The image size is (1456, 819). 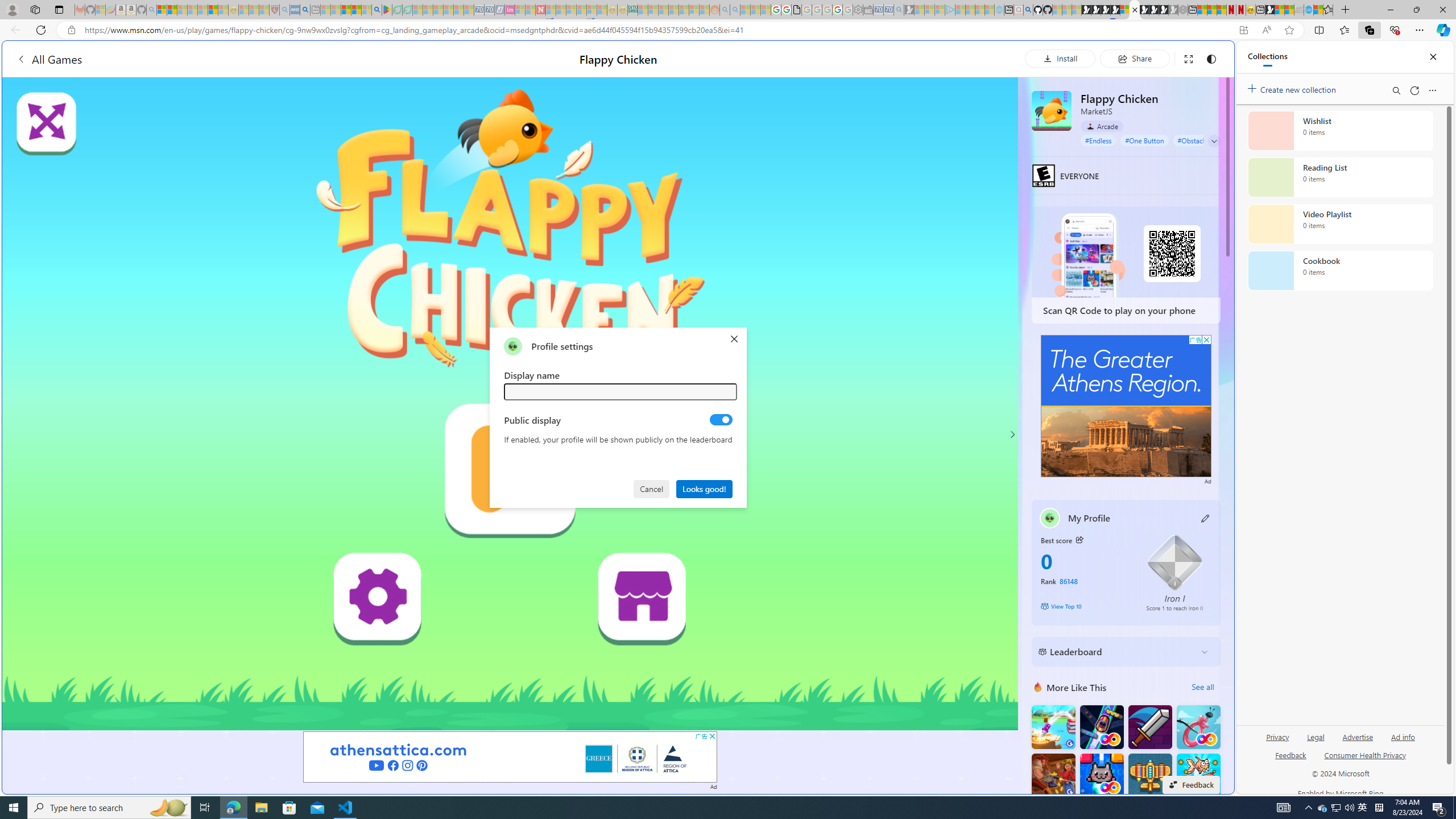 I want to click on 'Wishlist collection, 0 items', so click(x=1340, y=130).